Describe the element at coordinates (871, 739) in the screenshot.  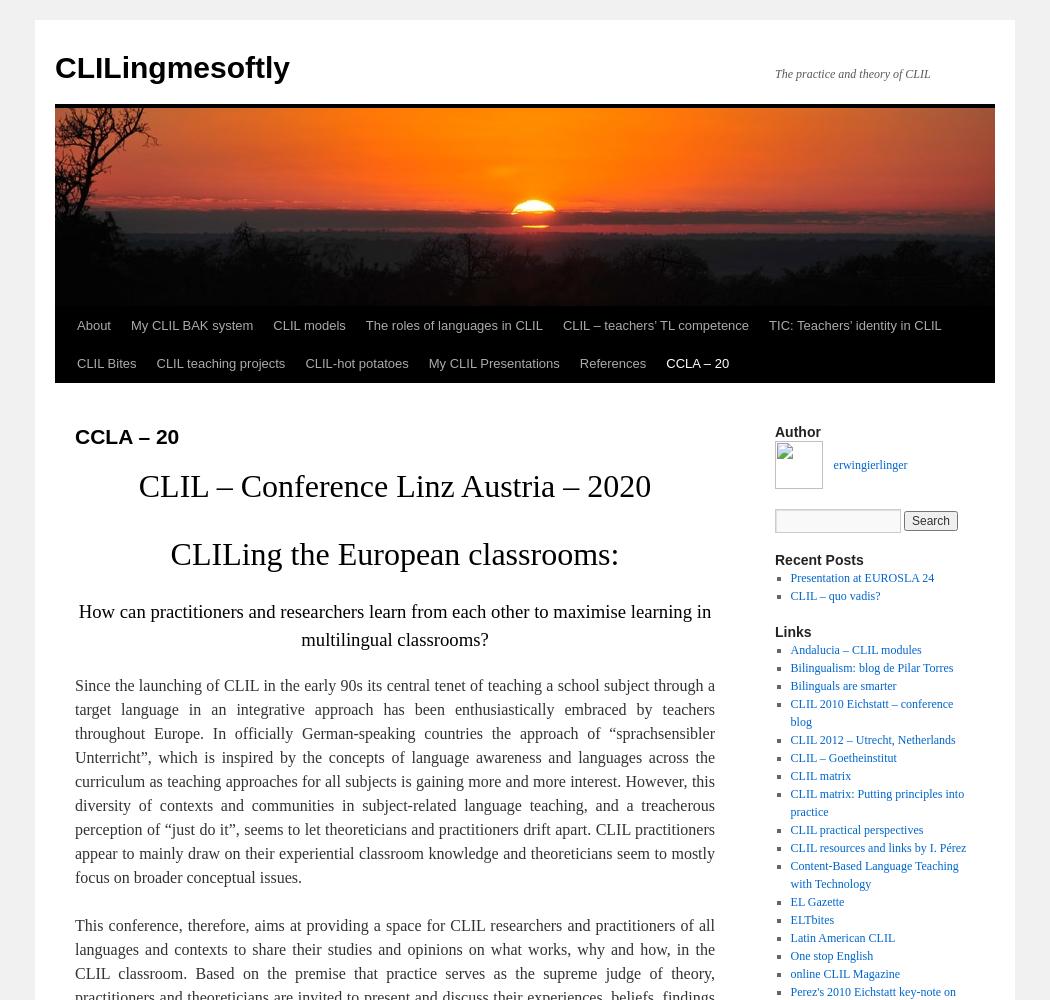
I see `'CLIL 2012 – Utrecht, Netherlands'` at that location.